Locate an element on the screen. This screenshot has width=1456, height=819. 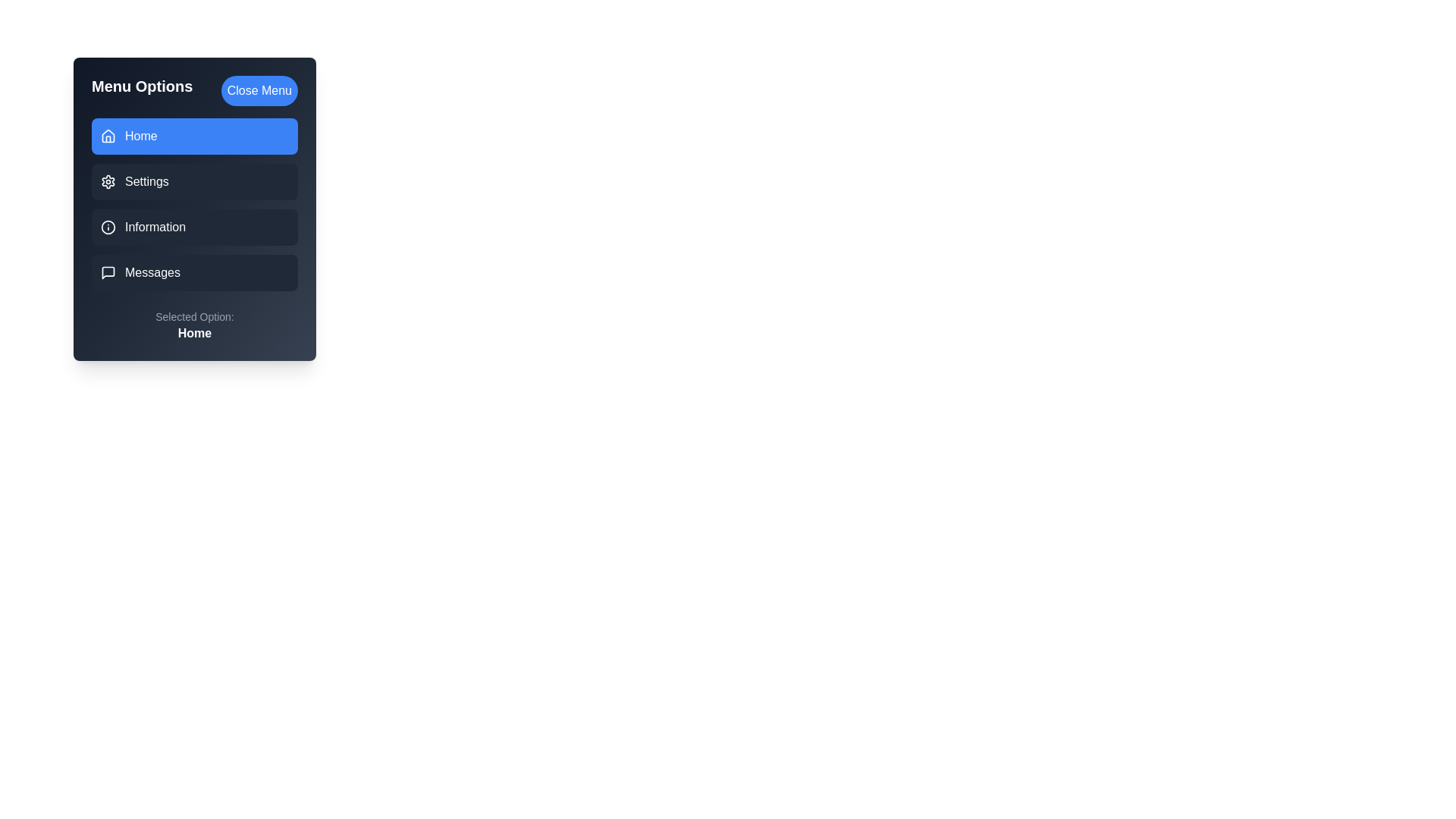
the information button located in the menu section, positioned below the 'Settings' button and above the 'Messages' button is located at coordinates (194, 227).